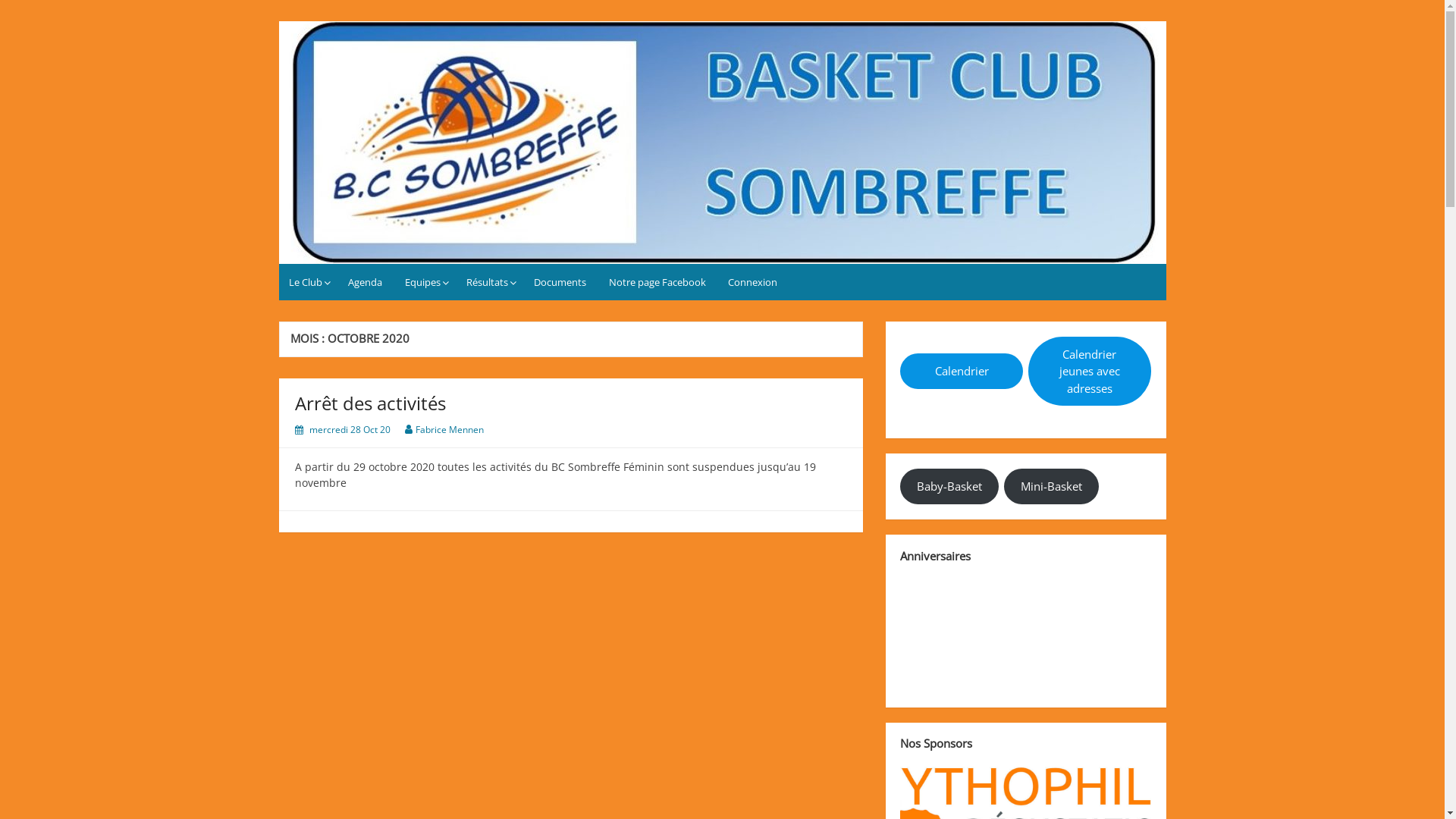  Describe the element at coordinates (753, 281) in the screenshot. I see `'Connexion'` at that location.